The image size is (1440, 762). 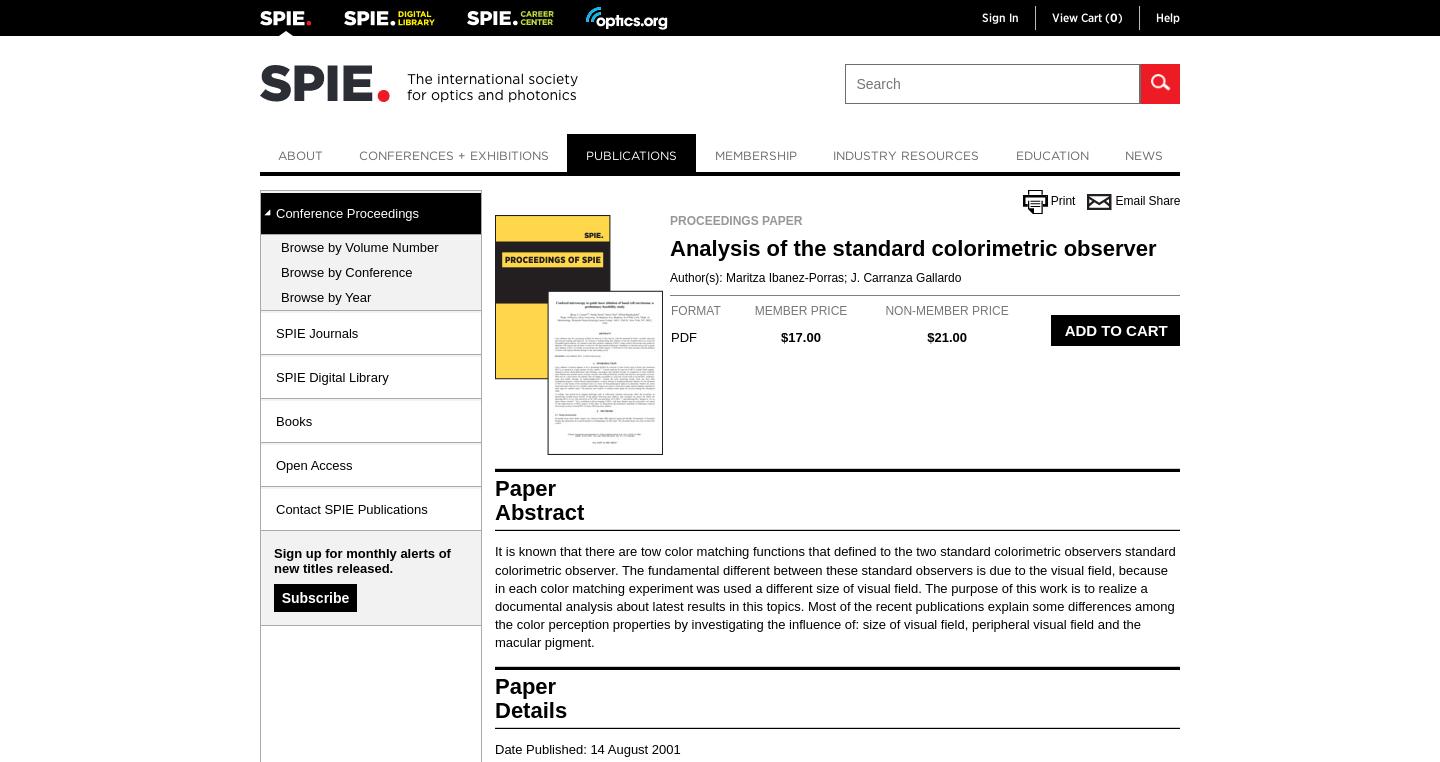 I want to click on 'Member Price', so click(x=800, y=309).